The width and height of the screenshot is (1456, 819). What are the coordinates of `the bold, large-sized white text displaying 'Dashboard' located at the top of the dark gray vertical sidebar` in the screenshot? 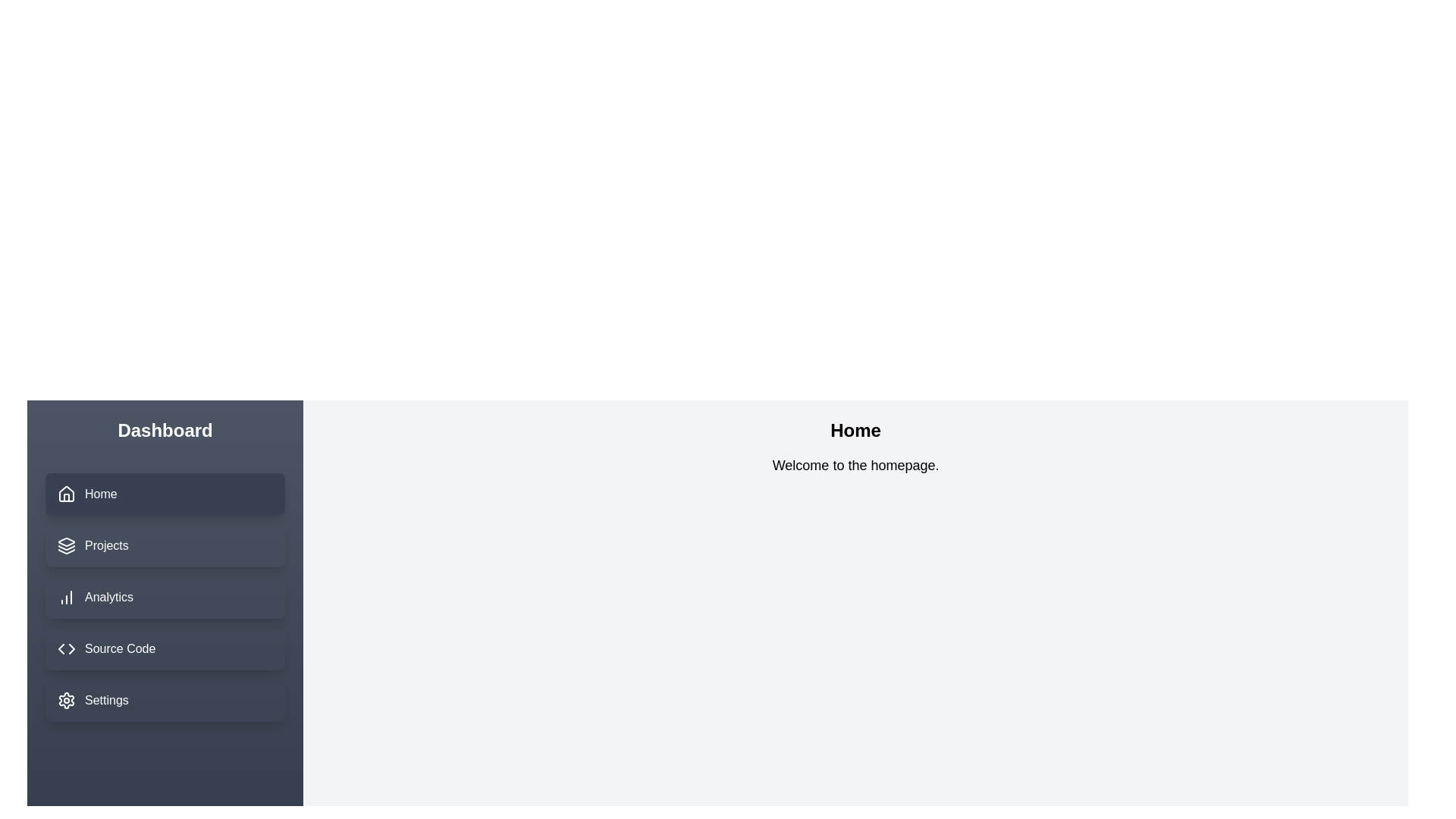 It's located at (165, 430).